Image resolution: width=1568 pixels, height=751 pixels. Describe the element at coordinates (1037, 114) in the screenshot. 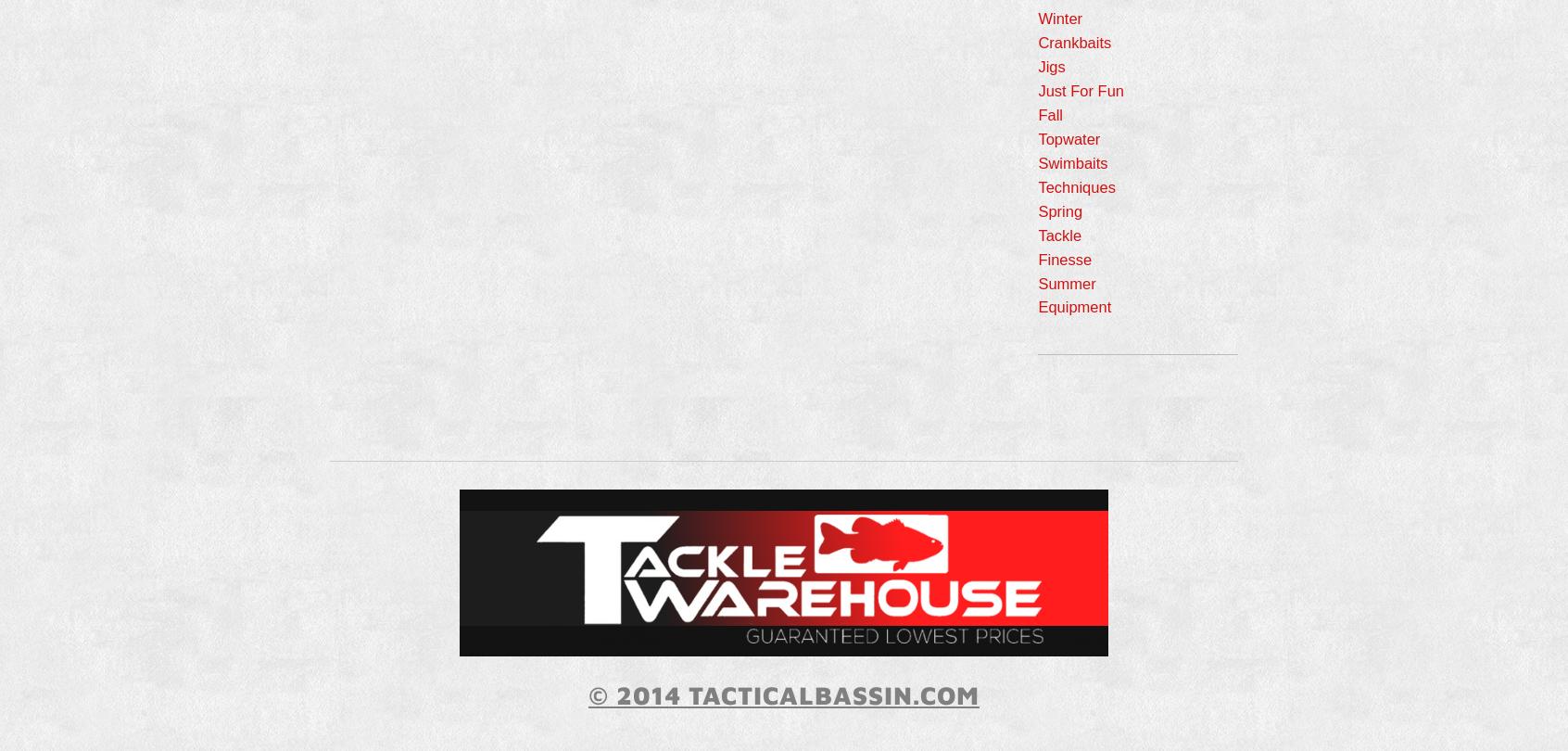

I see `'Fall'` at that location.